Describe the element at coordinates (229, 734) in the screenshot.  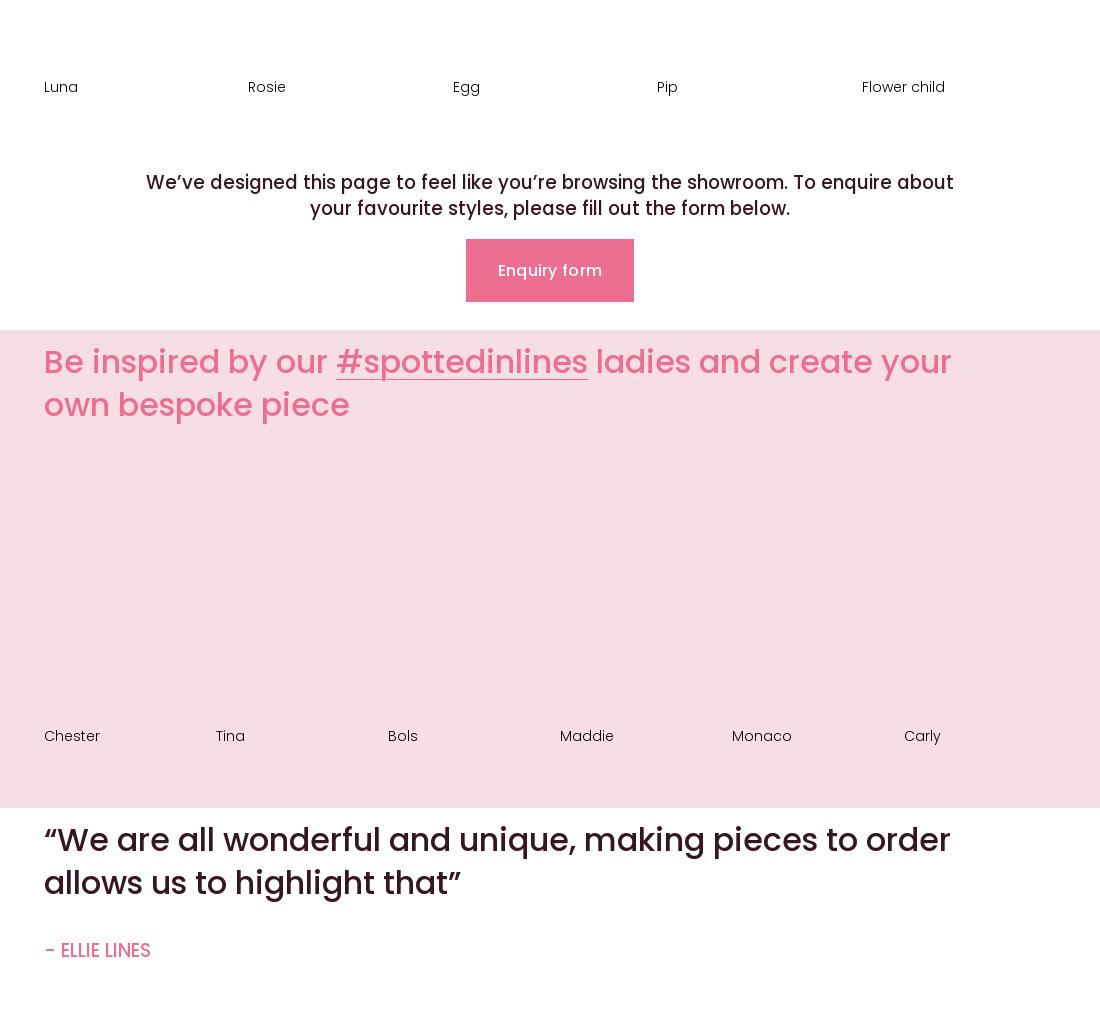
I see `'Tina'` at that location.